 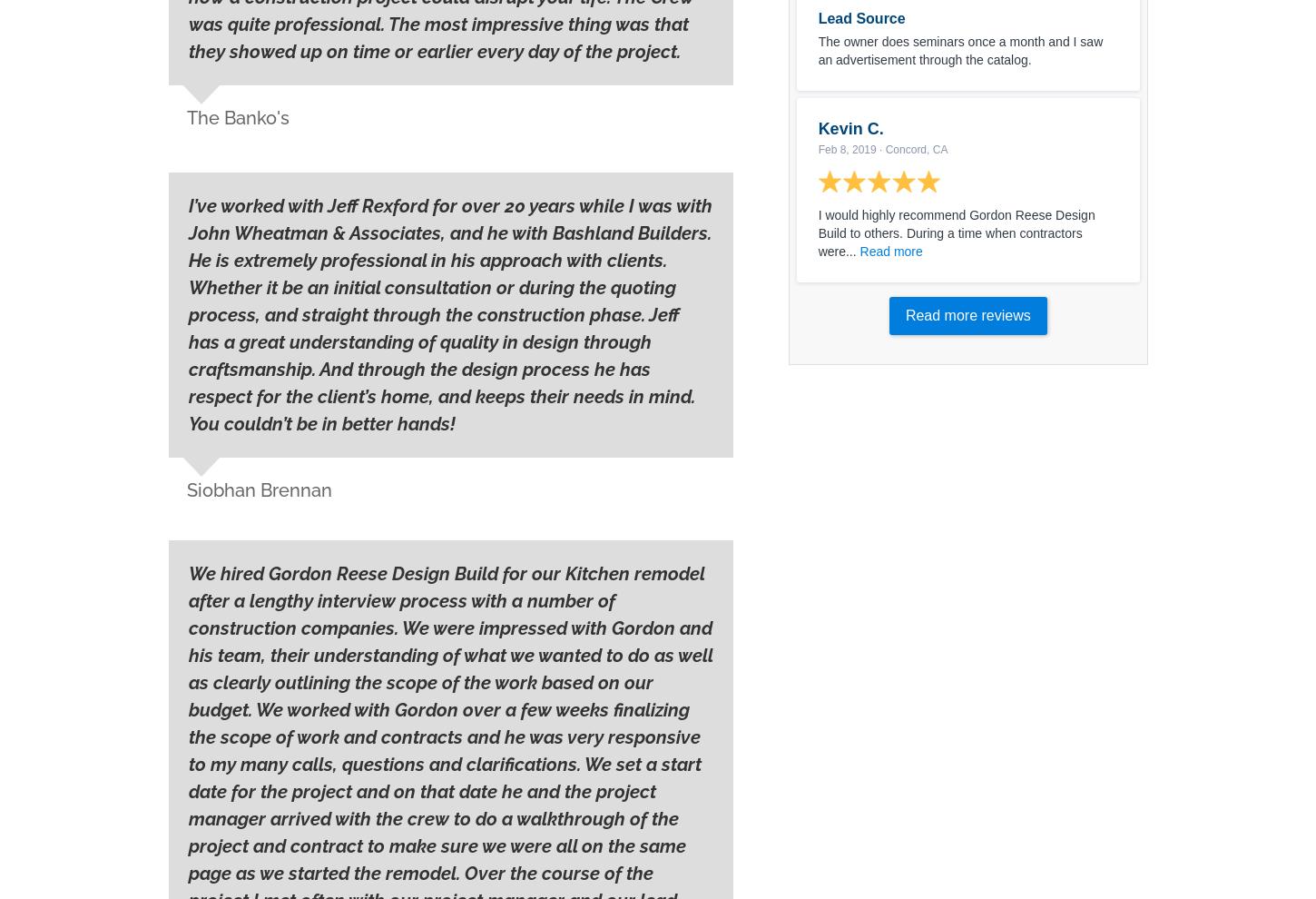 I want to click on '· Concord, CA', so click(x=911, y=149).